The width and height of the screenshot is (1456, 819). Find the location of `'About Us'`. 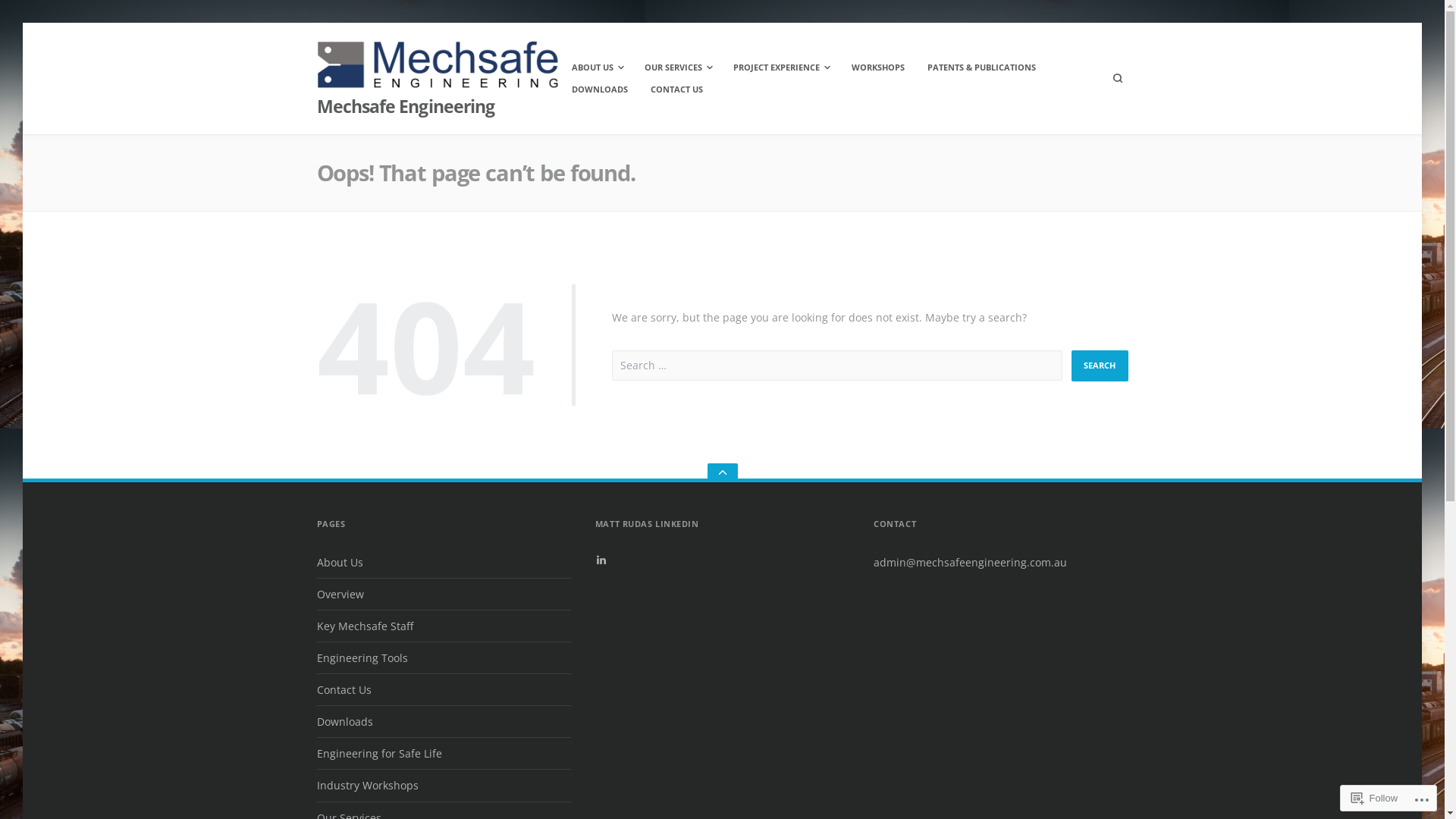

'About Us' is located at coordinates (315, 562).